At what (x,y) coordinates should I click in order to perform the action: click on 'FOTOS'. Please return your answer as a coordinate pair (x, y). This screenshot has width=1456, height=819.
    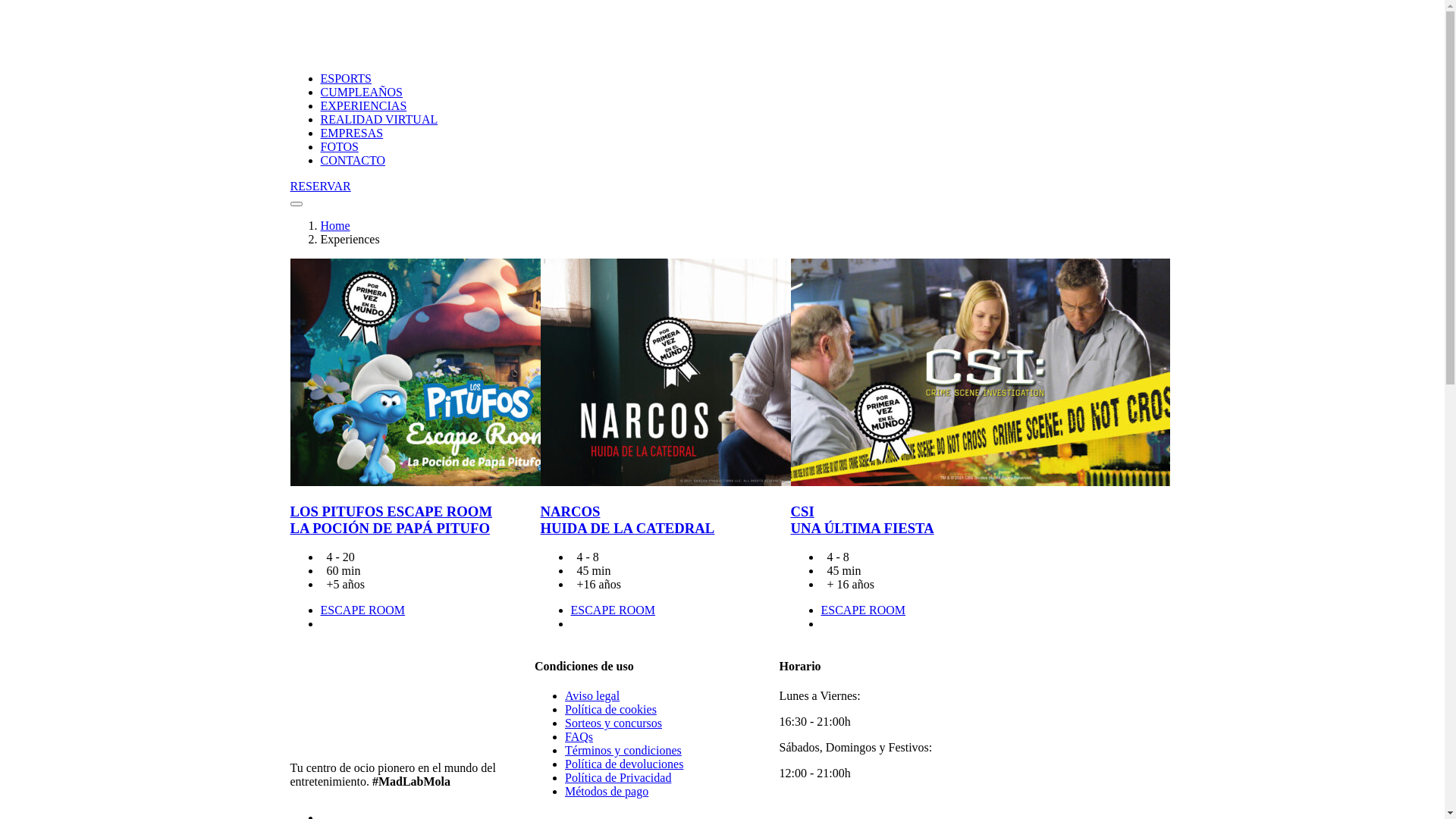
    Looking at the image, I should click on (319, 146).